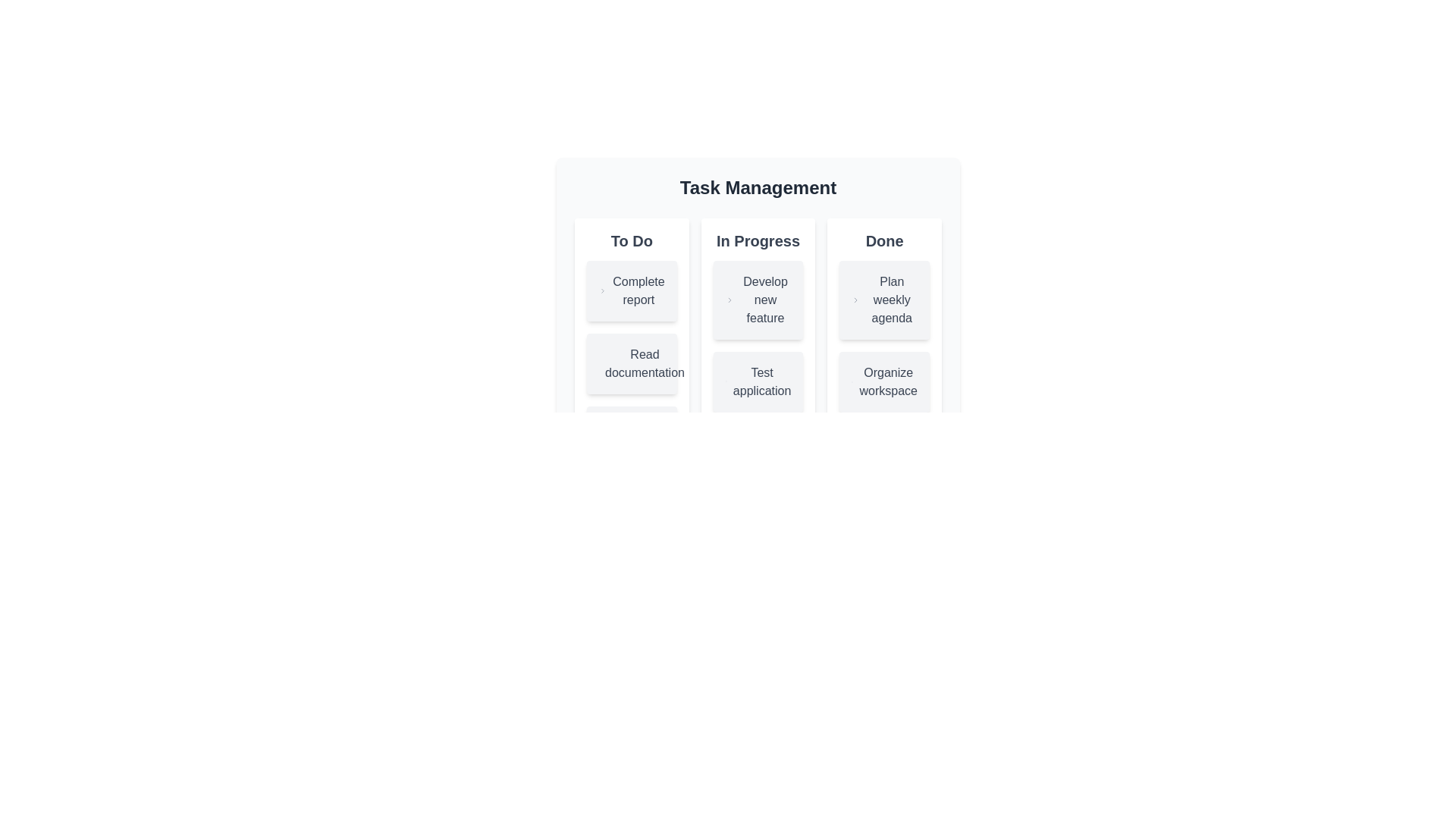 Image resolution: width=1456 pixels, height=819 pixels. What do you see at coordinates (884, 300) in the screenshot?
I see `the text-based label with an accompanying icon in the 'Done' column, which is the top item above 'Organize workspace'` at bounding box center [884, 300].